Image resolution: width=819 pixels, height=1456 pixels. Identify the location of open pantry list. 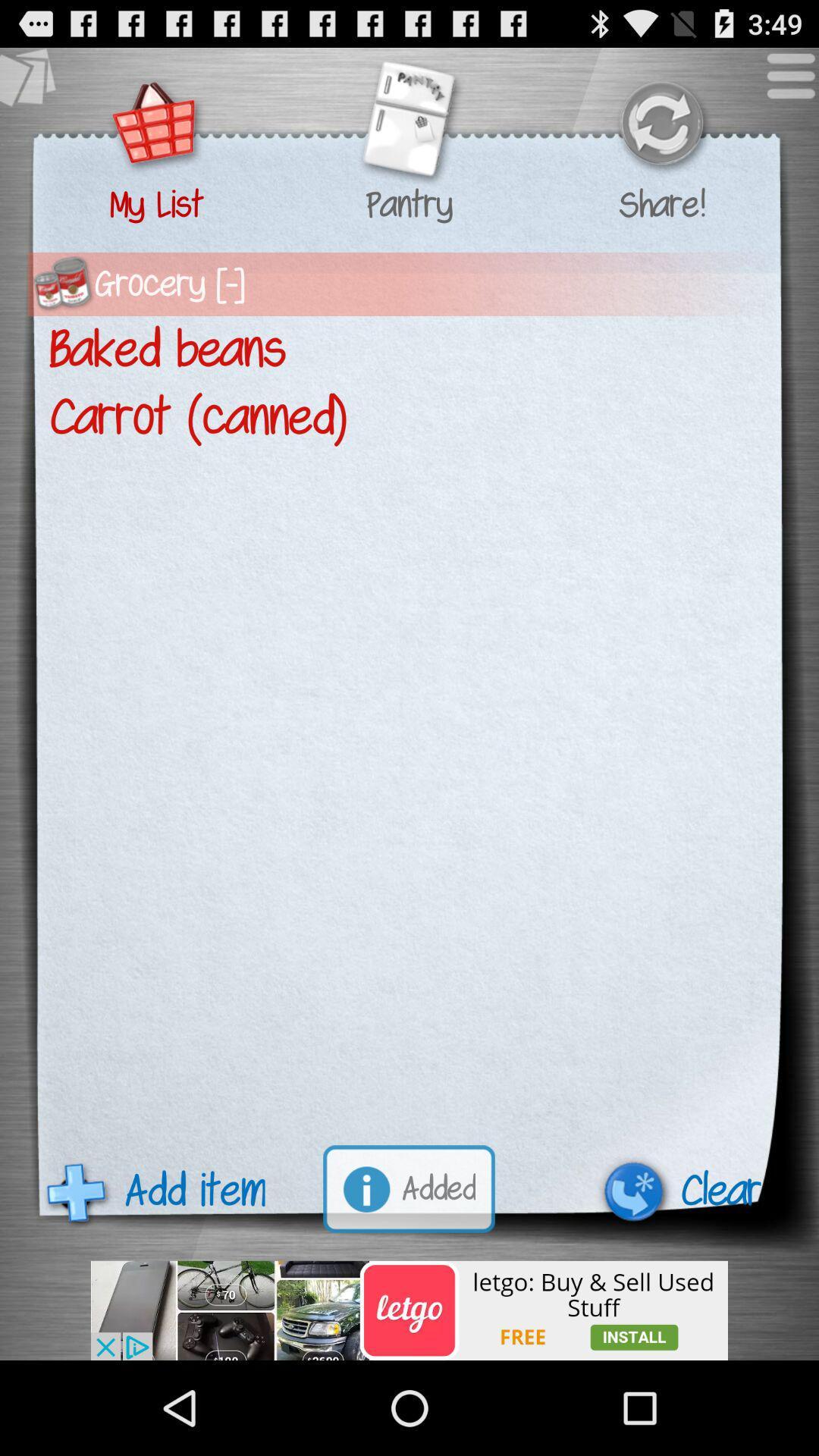
(408, 125).